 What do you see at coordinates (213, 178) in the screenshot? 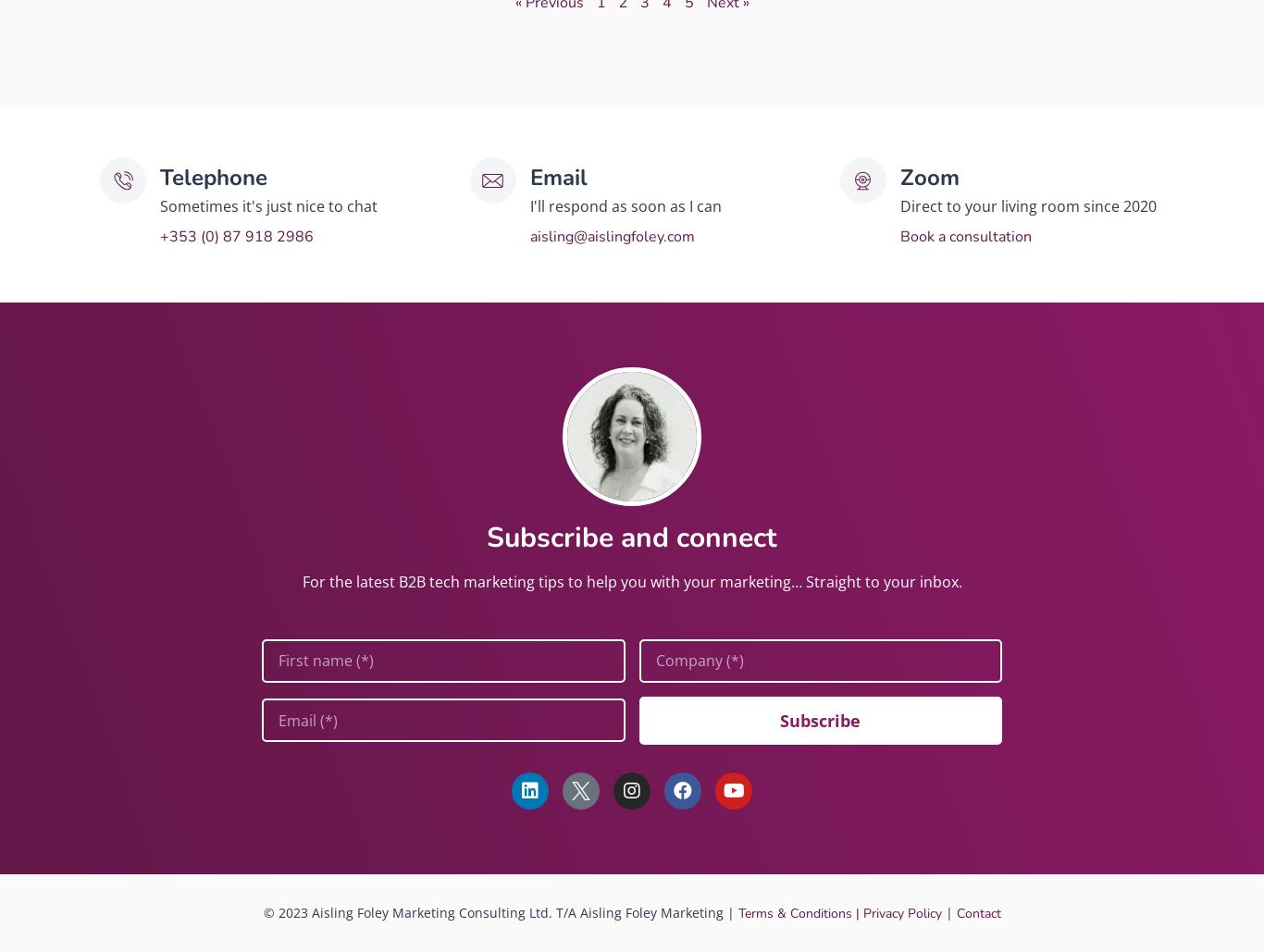
I see `'Telephone'` at bounding box center [213, 178].